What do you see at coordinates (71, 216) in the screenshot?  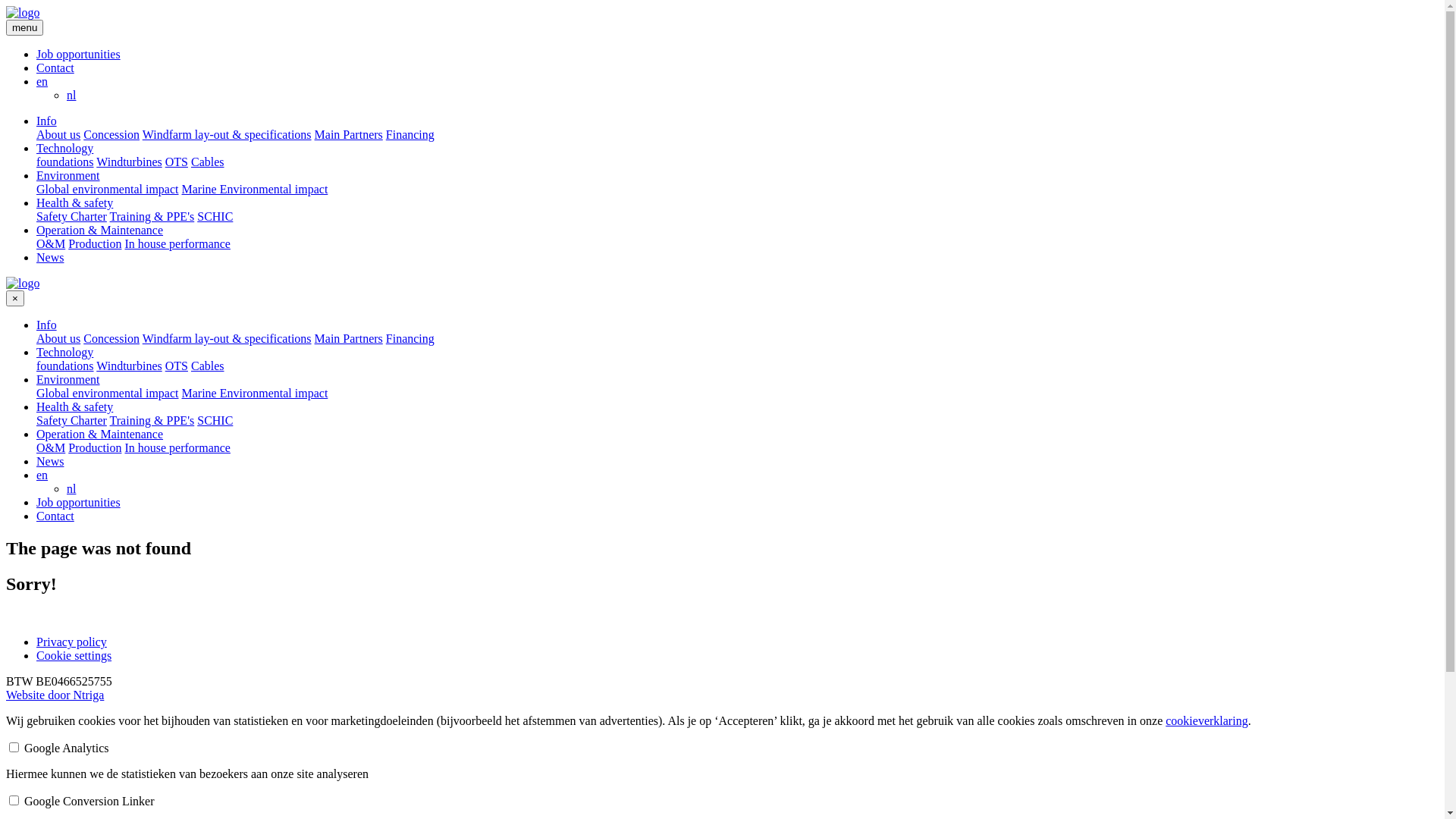 I see `'Safety Charter'` at bounding box center [71, 216].